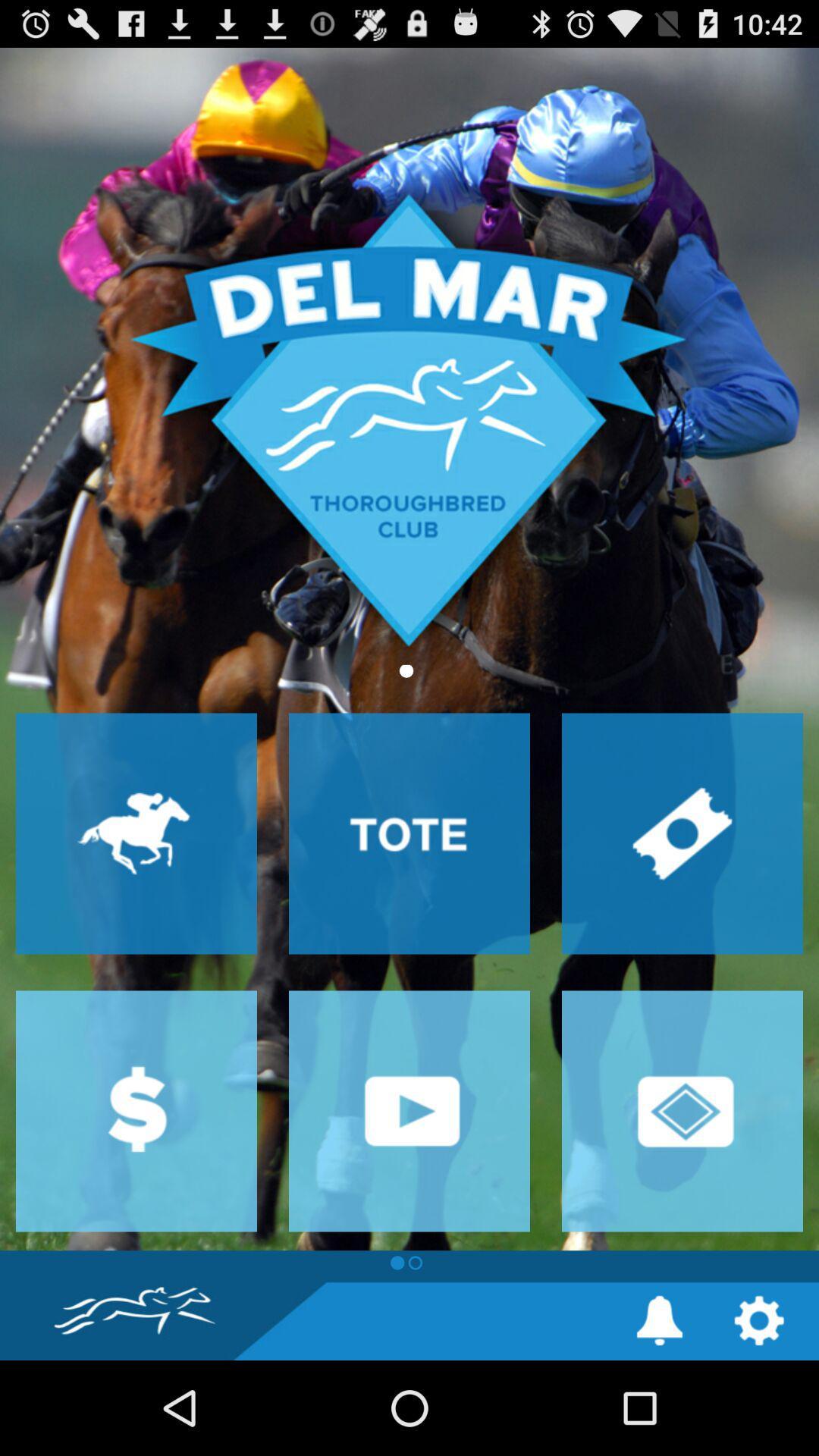  What do you see at coordinates (409, 649) in the screenshot?
I see `home page` at bounding box center [409, 649].